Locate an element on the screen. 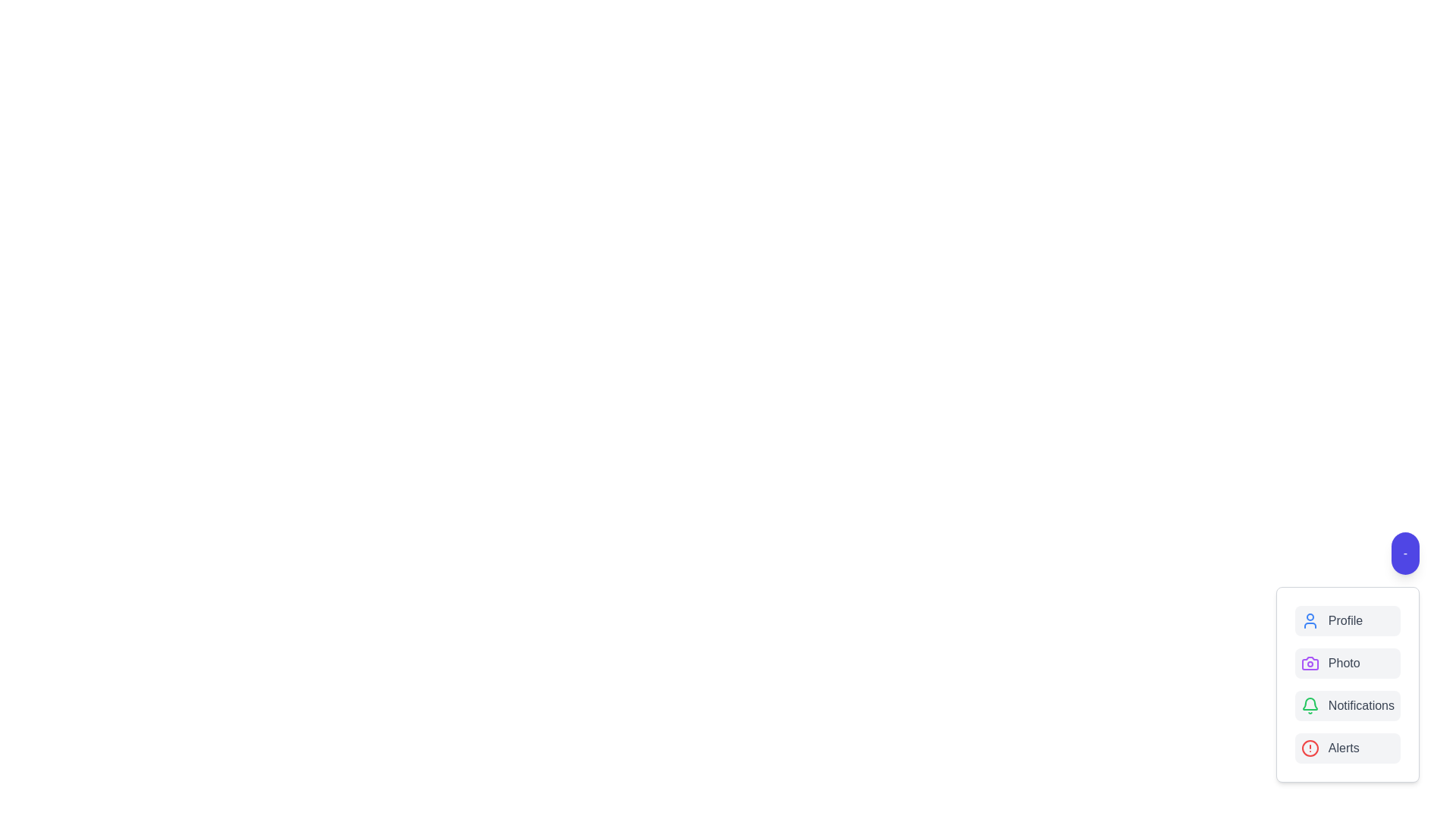 This screenshot has width=1456, height=819. the button labeled Profile is located at coordinates (1347, 620).